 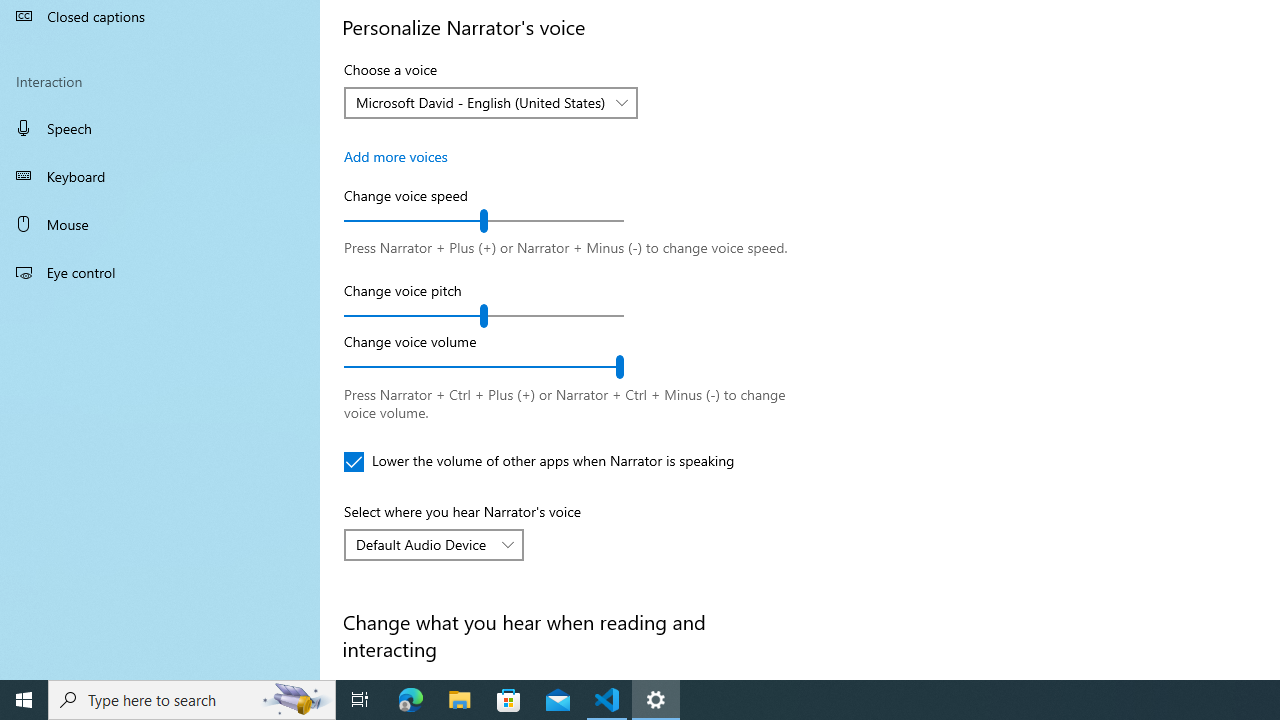 What do you see at coordinates (396, 155) in the screenshot?
I see `'Add more voices'` at bounding box center [396, 155].